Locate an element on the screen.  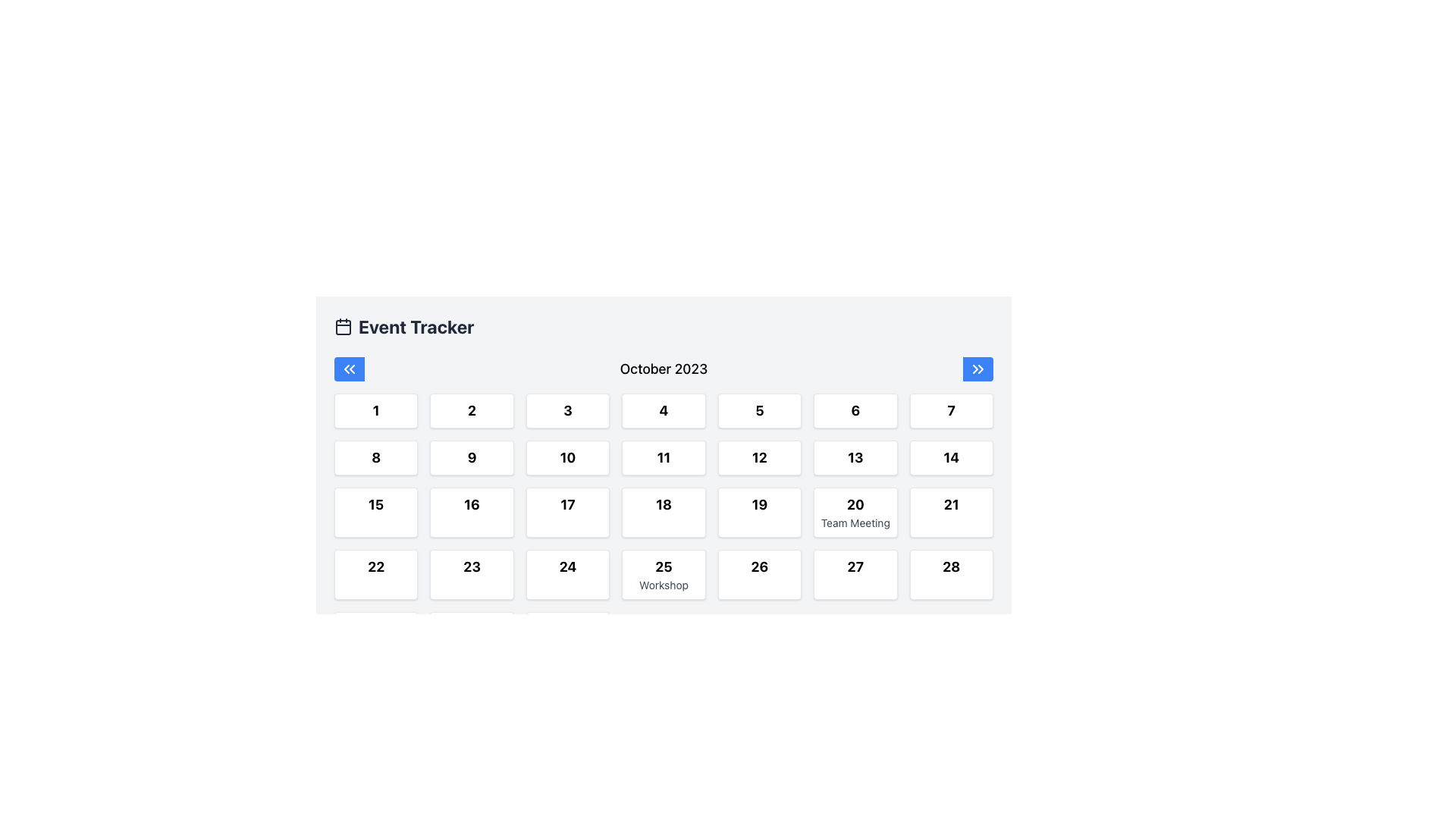
the text element indicating the 17th day of the month in the calendar grid is located at coordinates (566, 505).